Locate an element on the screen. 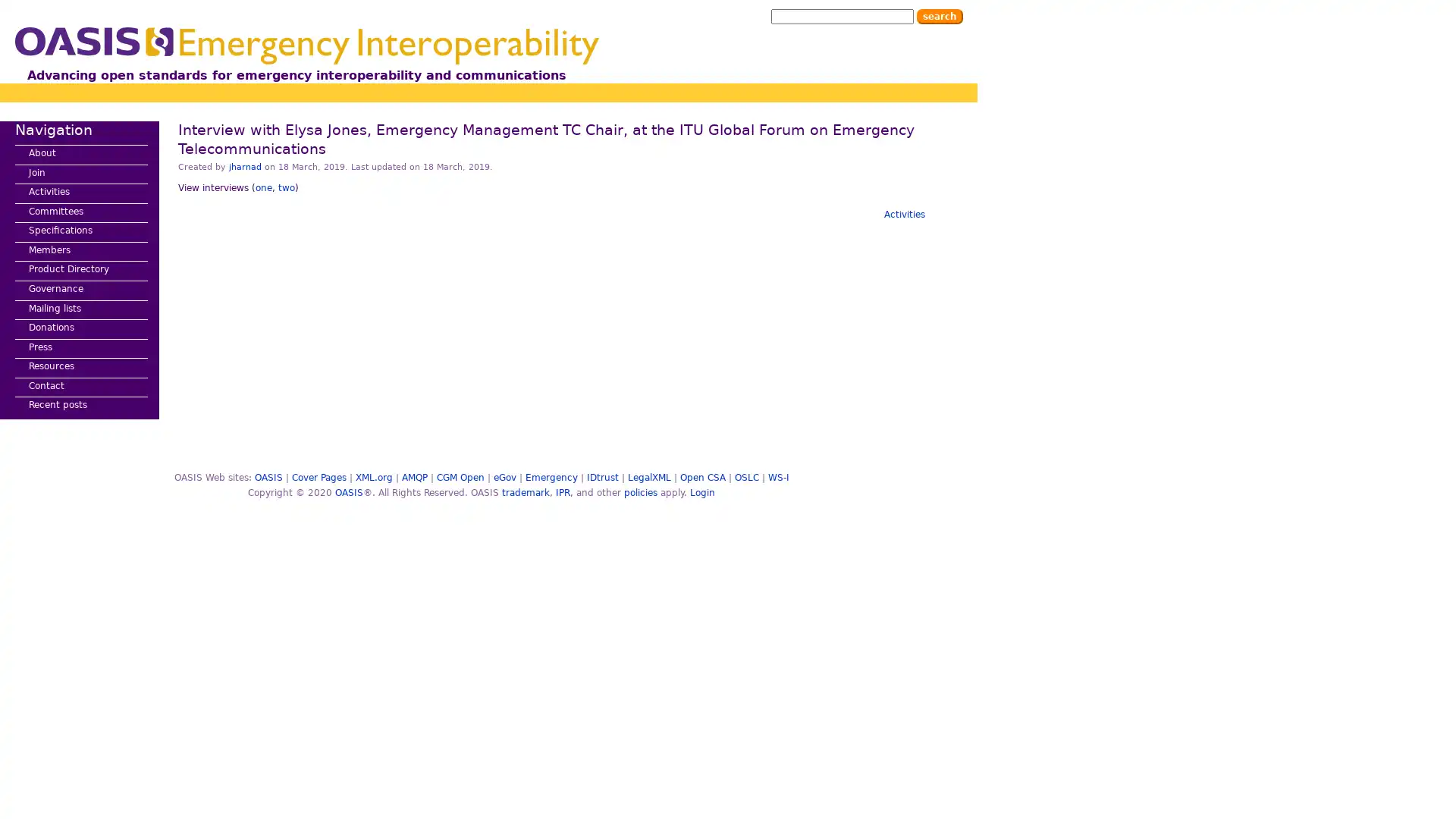 This screenshot has height=819, width=1456. Search is located at coordinates (939, 17).